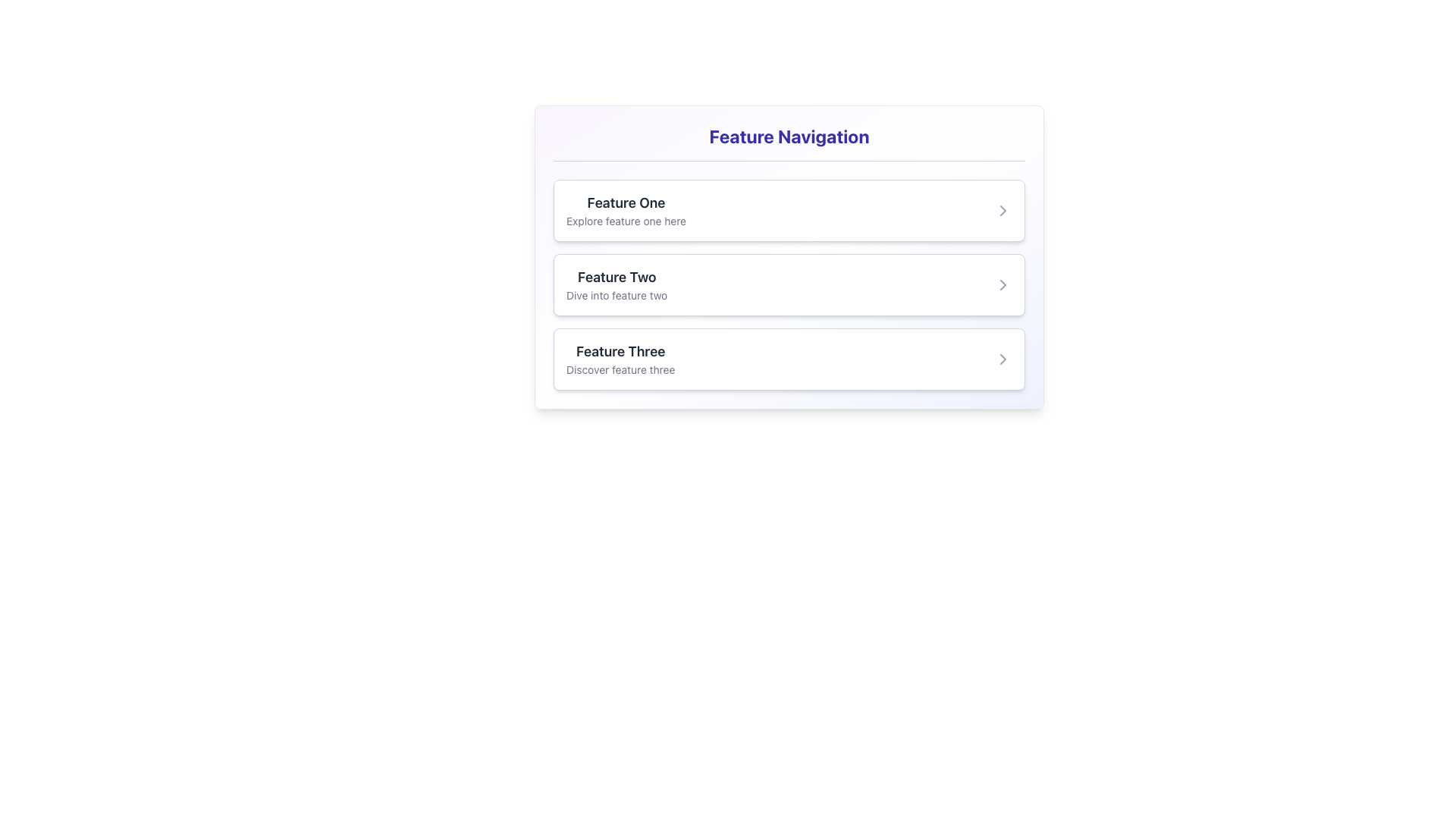  What do you see at coordinates (620, 370) in the screenshot?
I see `the text label reading 'Discover feature three', which is styled in gray and located below the title 'Feature Three' in the third navigational card` at bounding box center [620, 370].